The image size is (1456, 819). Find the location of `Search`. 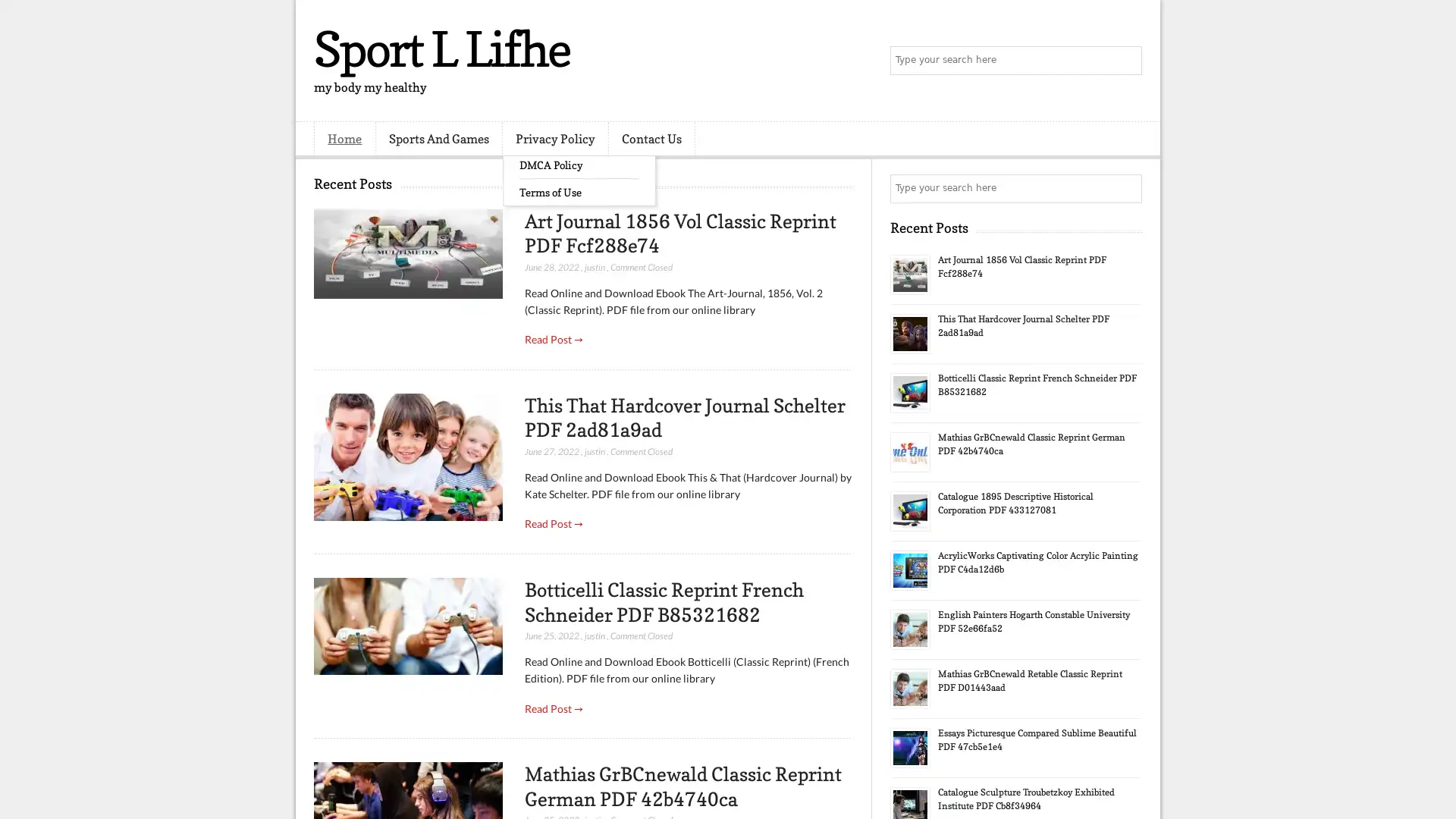

Search is located at coordinates (1126, 61).